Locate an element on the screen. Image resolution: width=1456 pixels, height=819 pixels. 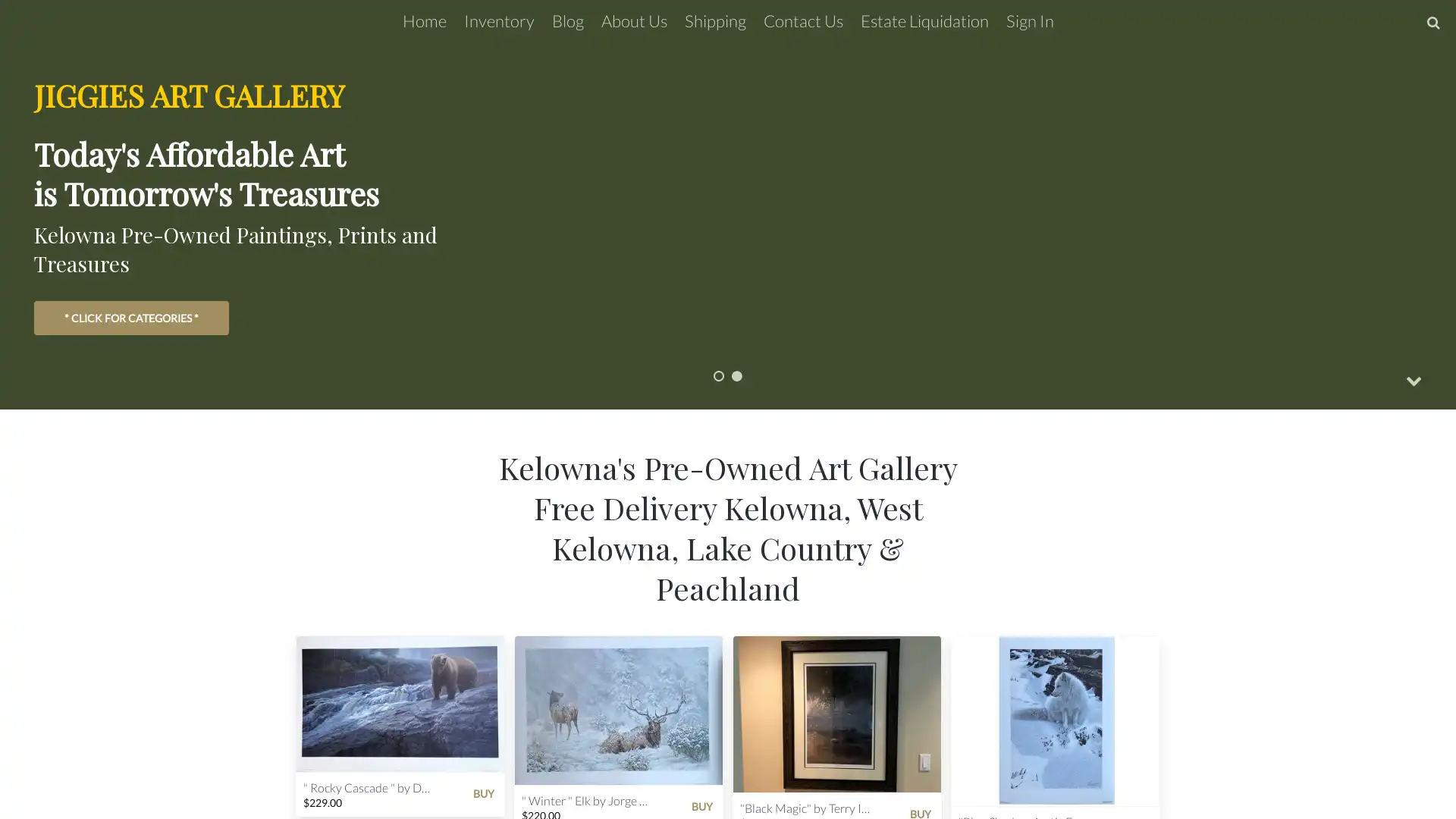
2 is located at coordinates (736, 375).